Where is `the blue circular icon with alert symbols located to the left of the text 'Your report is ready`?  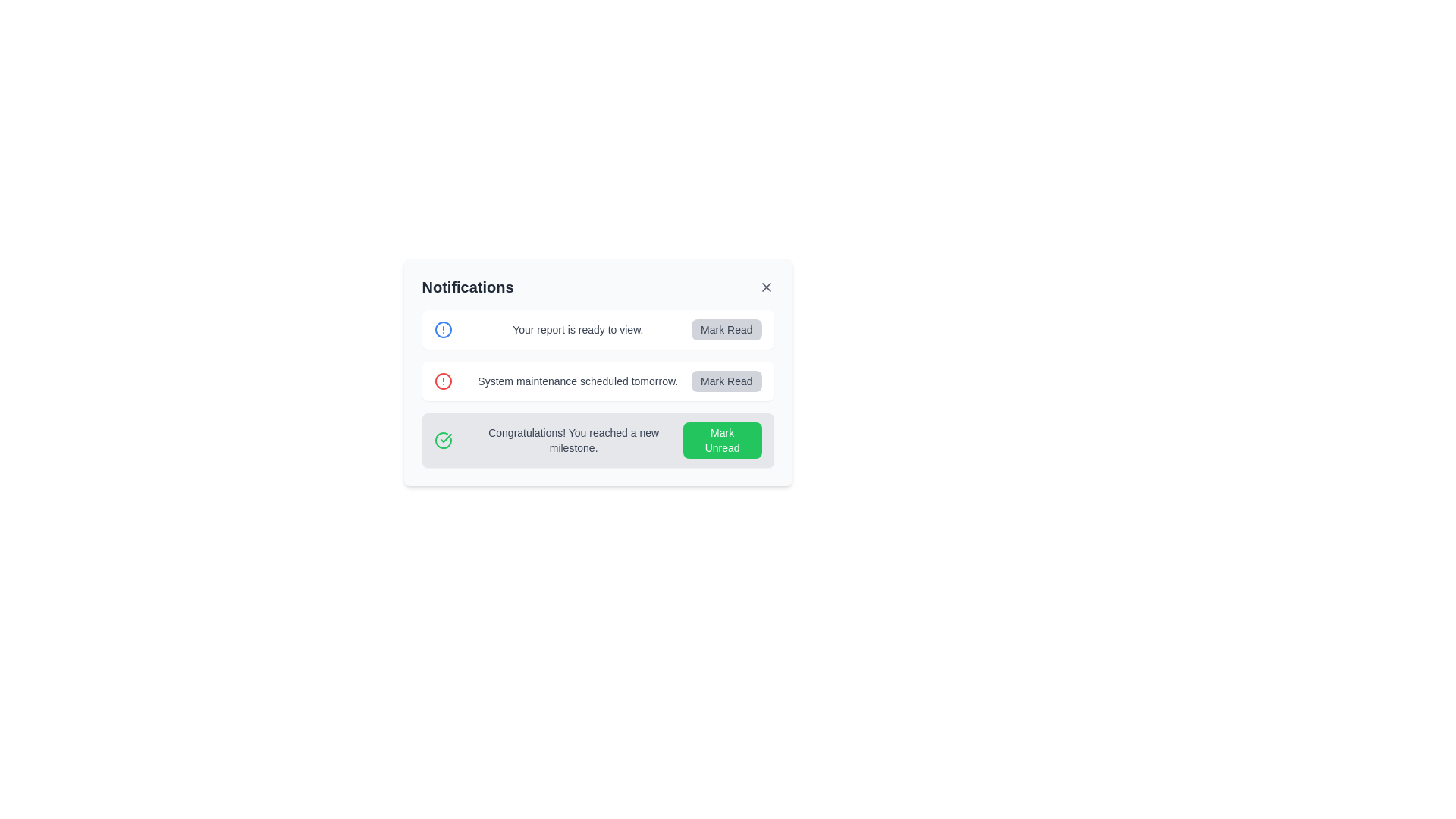
the blue circular icon with alert symbols located to the left of the text 'Your report is ready is located at coordinates (442, 329).